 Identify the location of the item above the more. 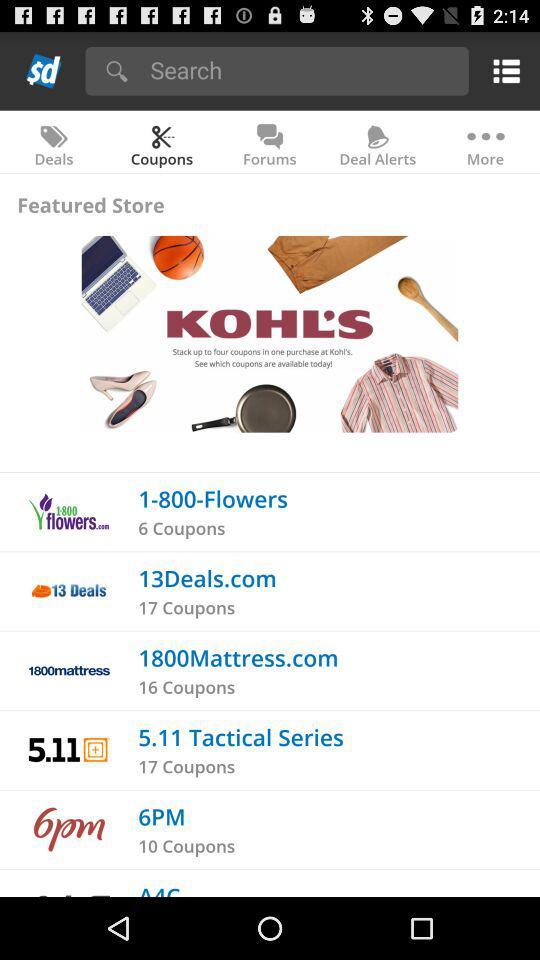
(502, 70).